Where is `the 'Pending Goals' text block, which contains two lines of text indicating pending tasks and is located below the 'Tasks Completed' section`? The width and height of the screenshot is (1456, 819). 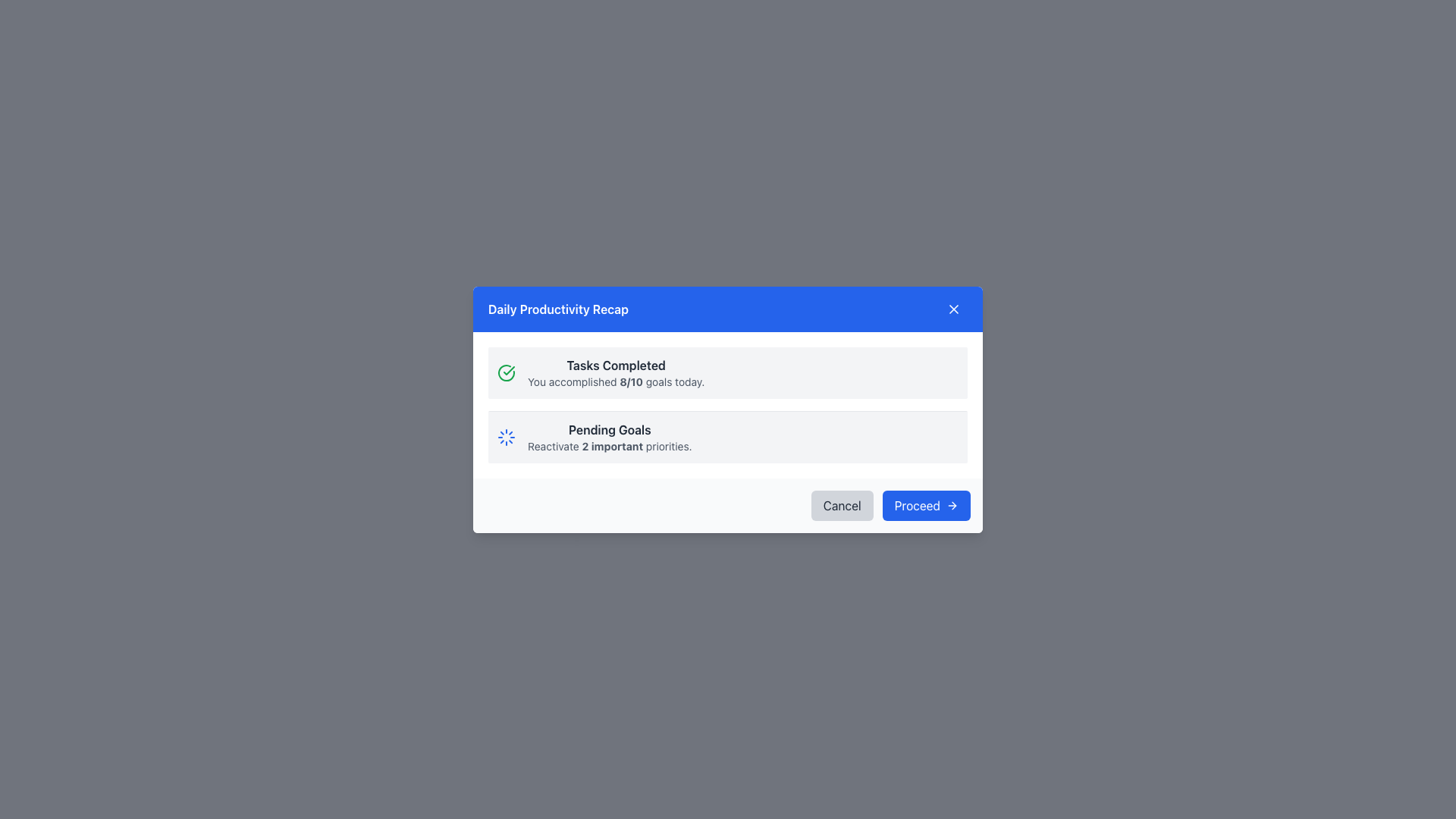
the 'Pending Goals' text block, which contains two lines of text indicating pending tasks and is located below the 'Tasks Completed' section is located at coordinates (610, 437).